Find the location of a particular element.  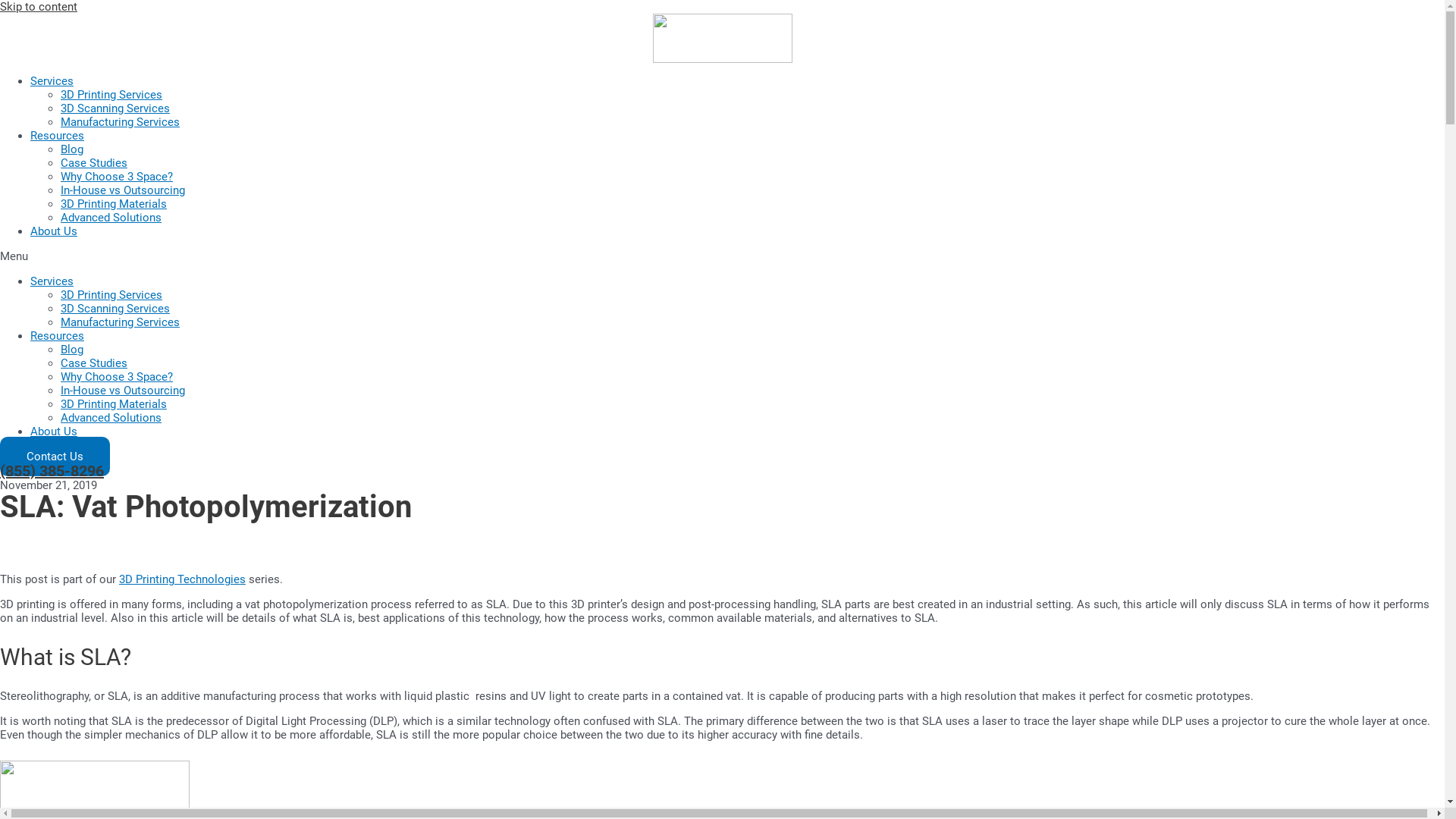

'Advanced Solutions' is located at coordinates (110, 418).